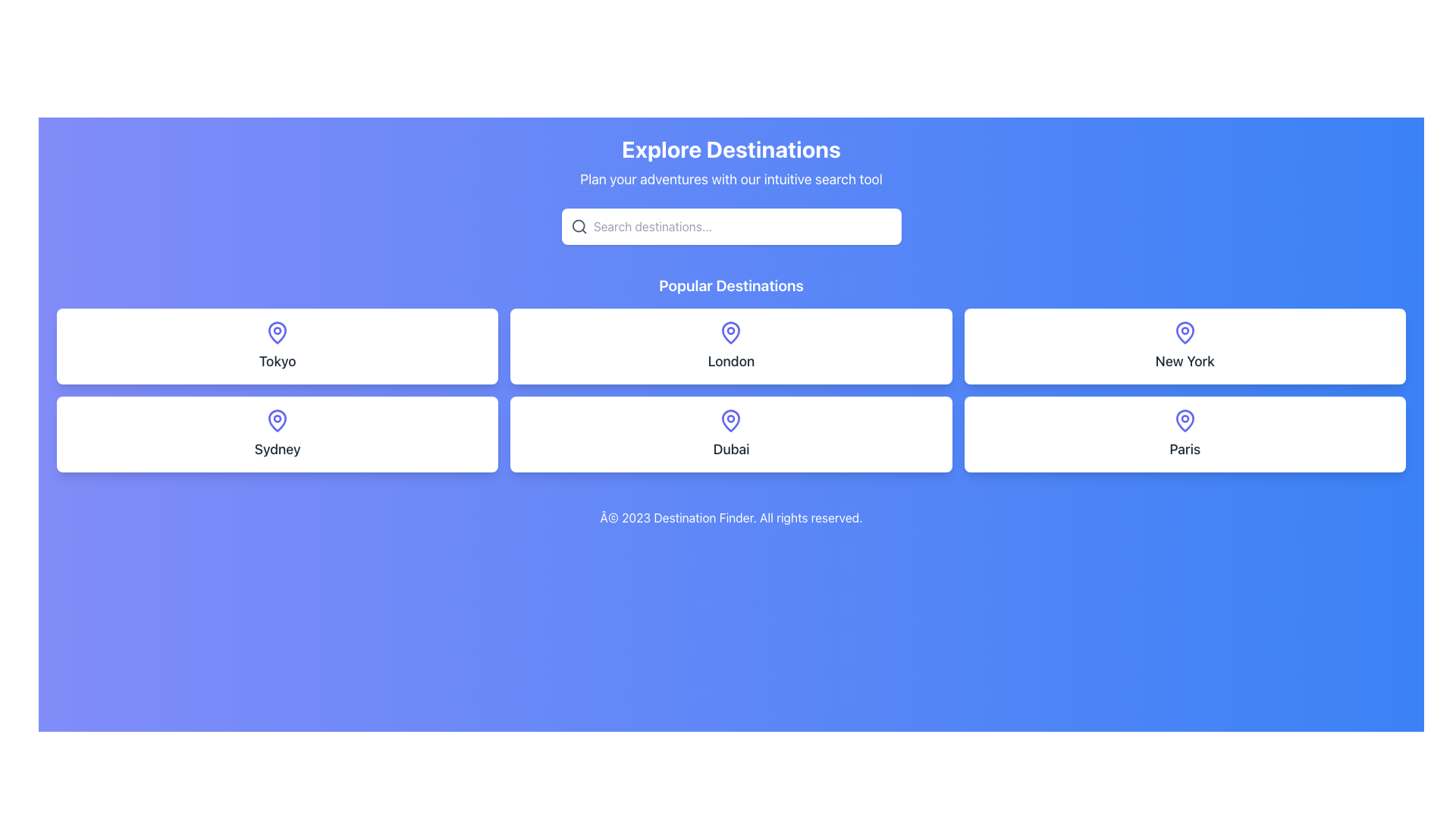 This screenshot has width=1456, height=819. What do you see at coordinates (1184, 435) in the screenshot?
I see `the button or clickable card representing the destination 'Paris' located in the bottom-right corner of the grid layout under the 'Popular Destinations' section` at bounding box center [1184, 435].